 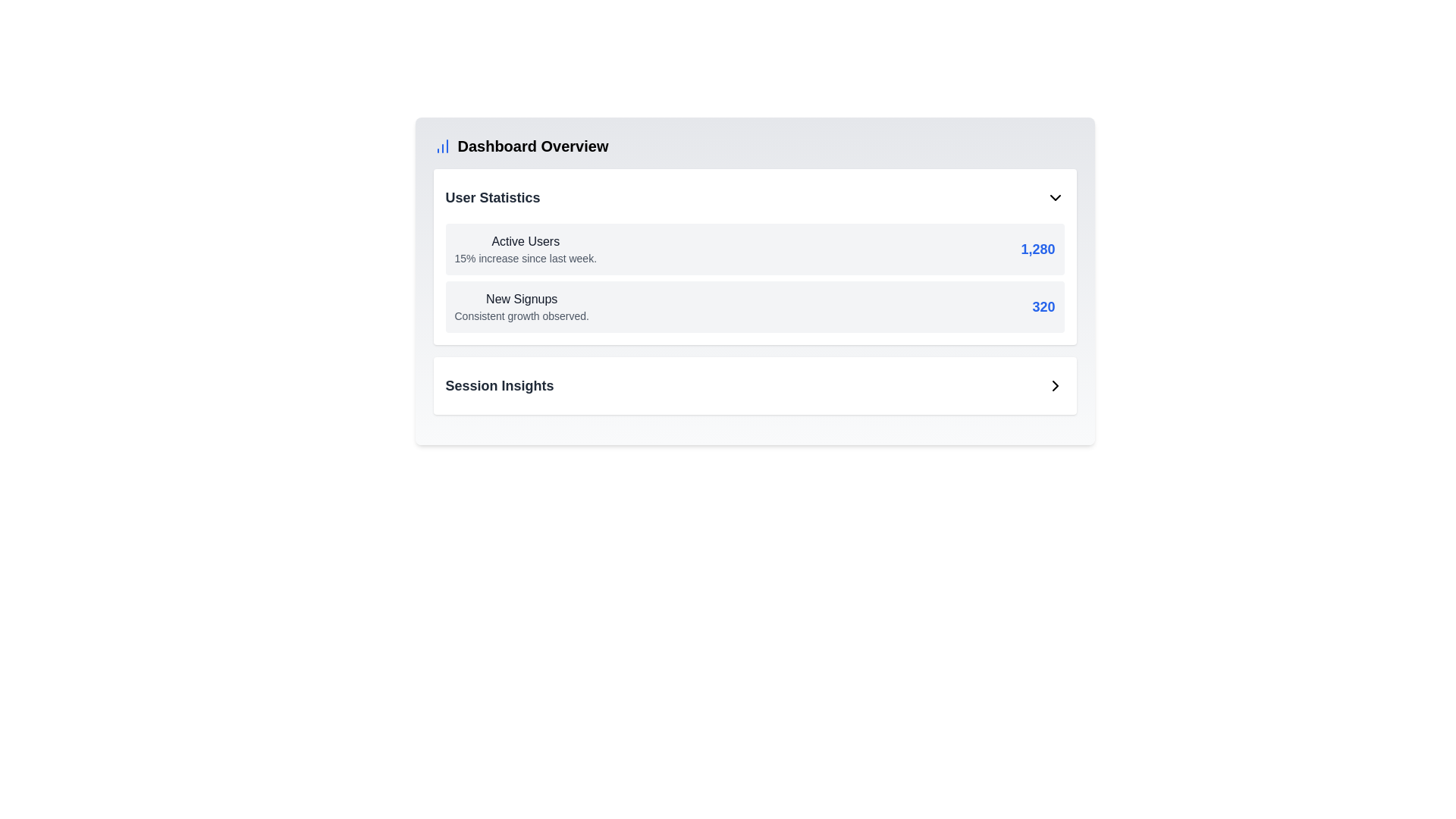 What do you see at coordinates (1054, 385) in the screenshot?
I see `the right-facing chevron icon located at the far right of the 'Session Insights' label` at bounding box center [1054, 385].